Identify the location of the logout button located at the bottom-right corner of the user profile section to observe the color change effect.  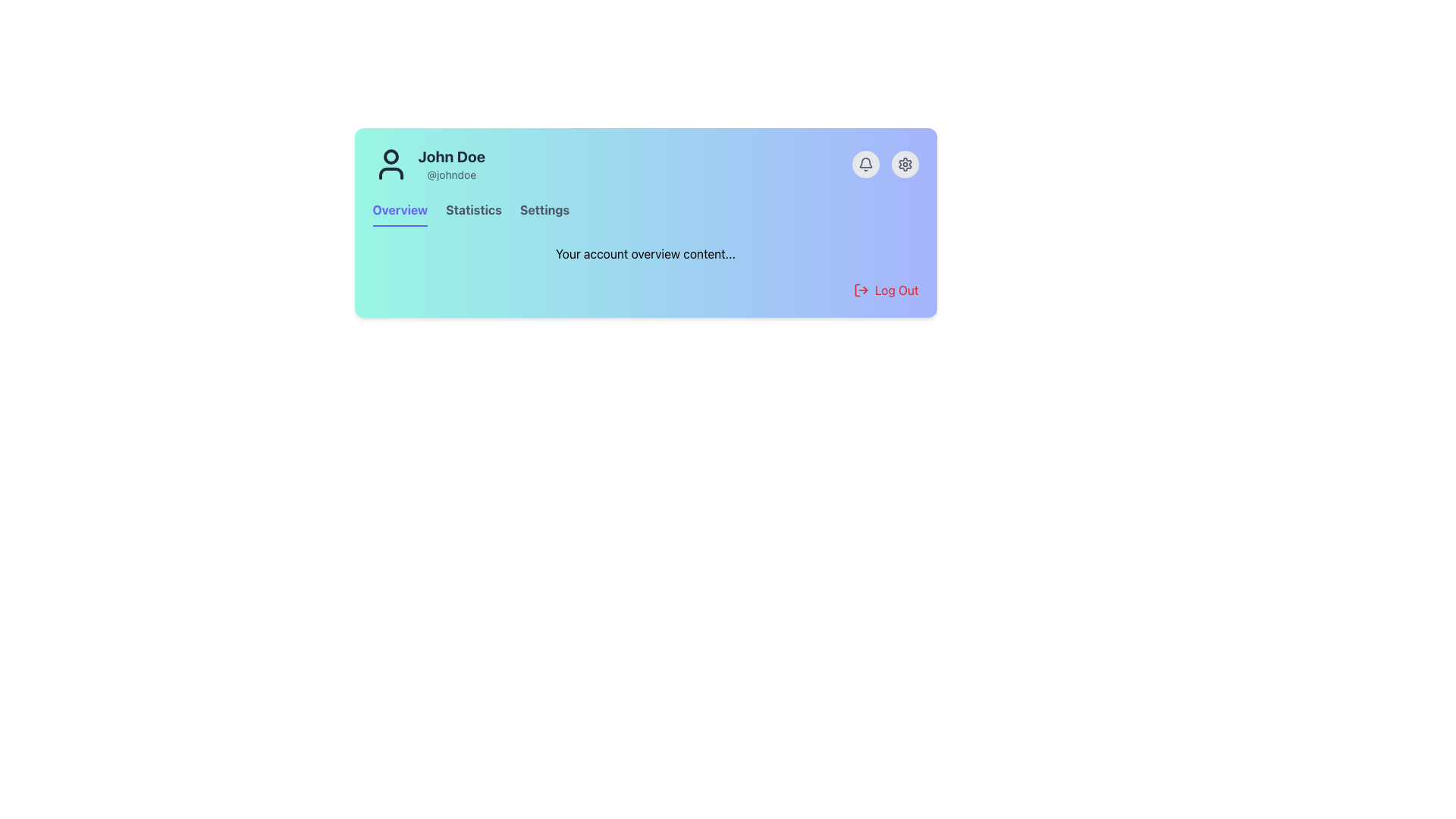
(886, 290).